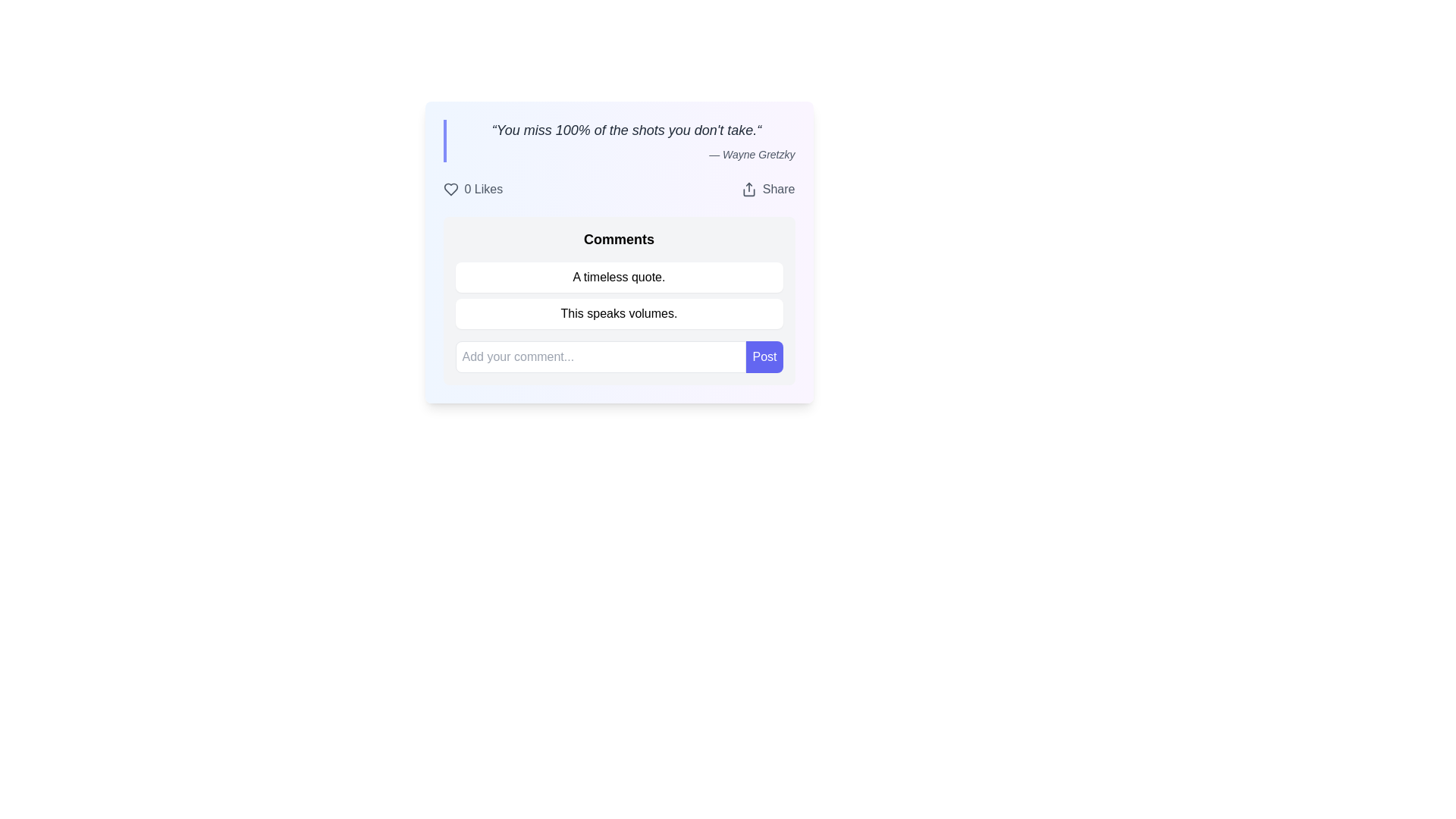  Describe the element at coordinates (748, 189) in the screenshot. I see `the 'Share' icon, a minimalist black or gray arrow pointing upwards from a box located in the top-right section of the card interface` at that location.